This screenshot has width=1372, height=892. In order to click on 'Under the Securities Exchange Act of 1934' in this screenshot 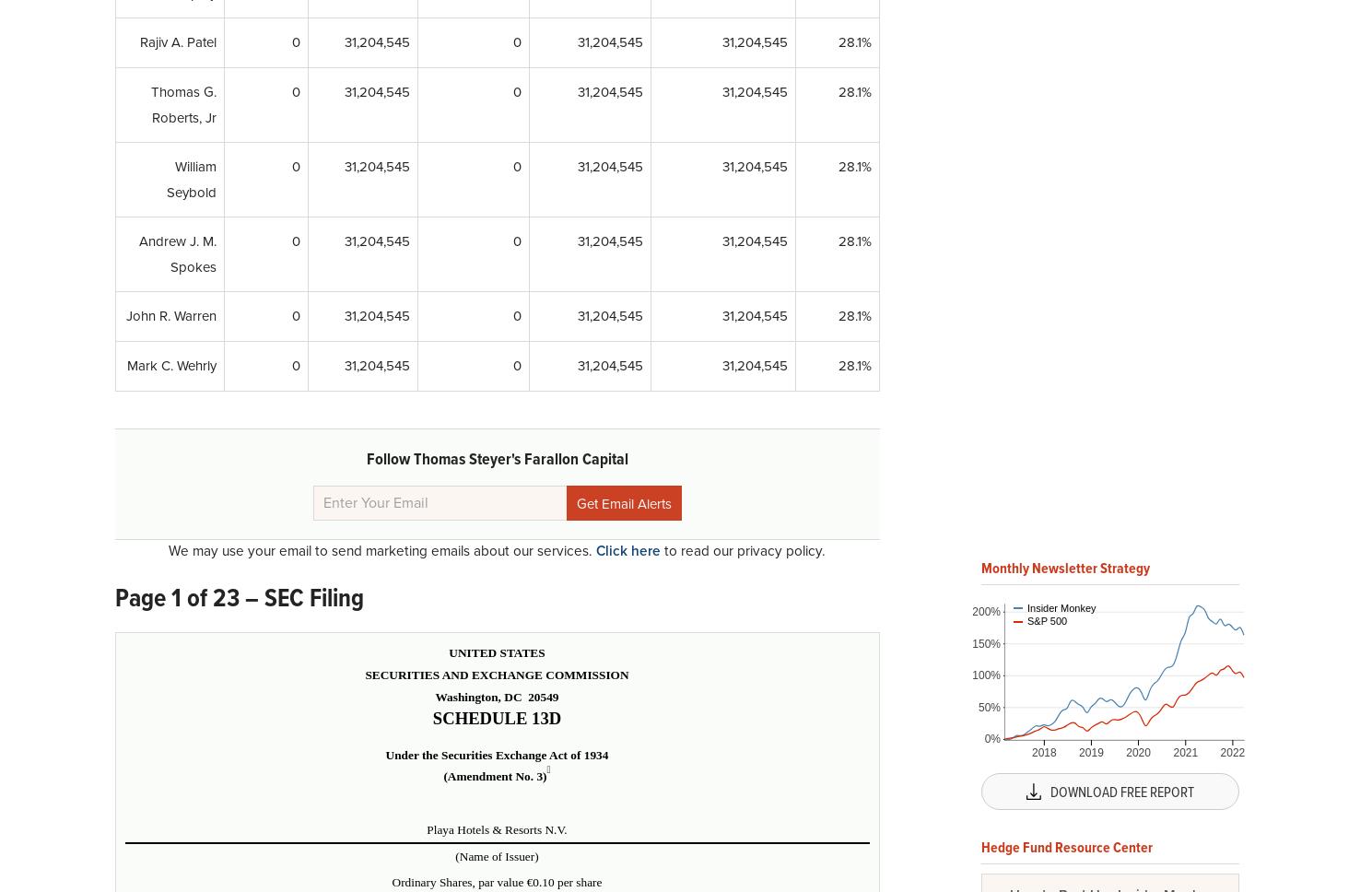, I will do `click(497, 754)`.